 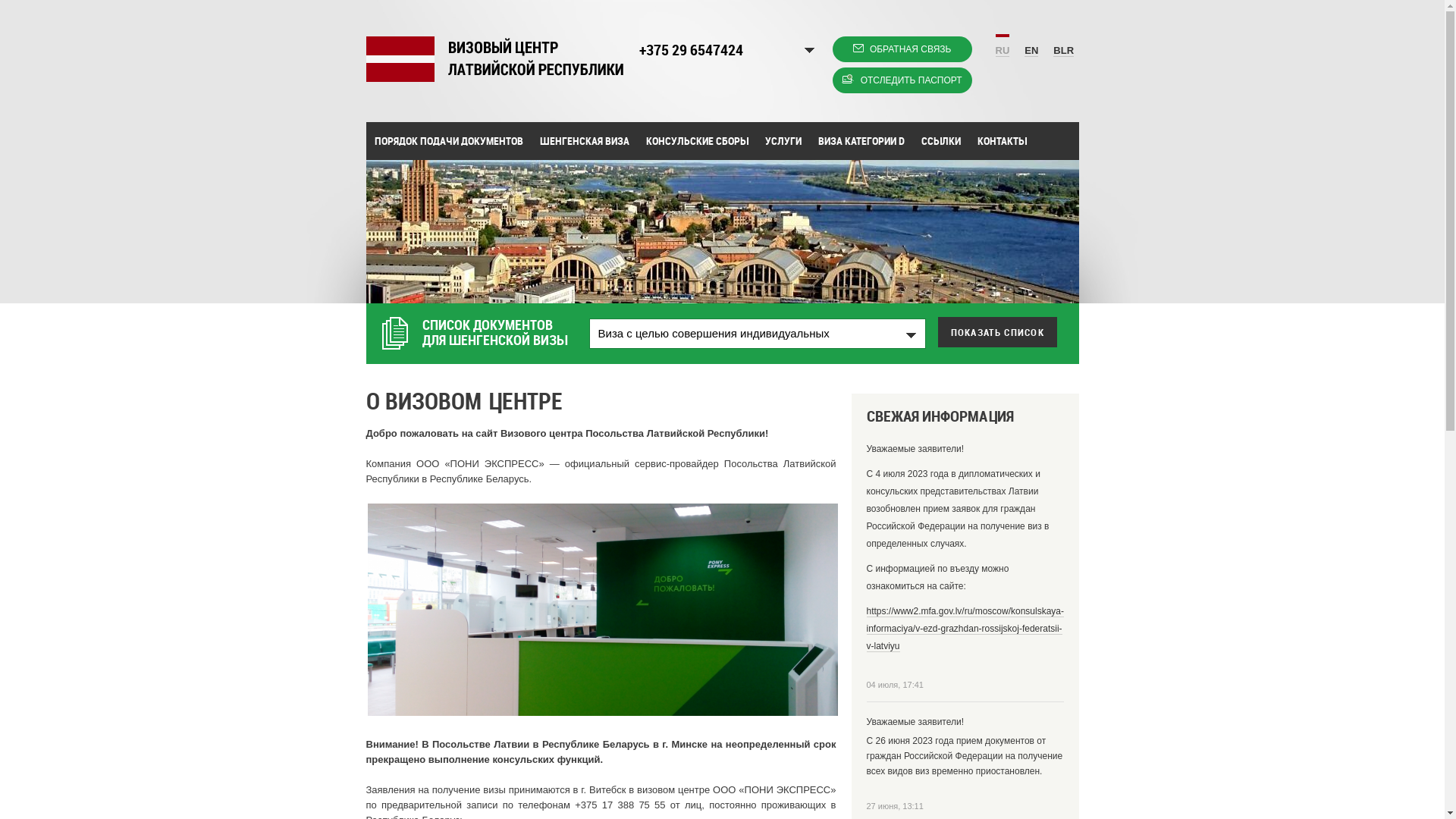 I want to click on 'RU', so click(x=994, y=45).